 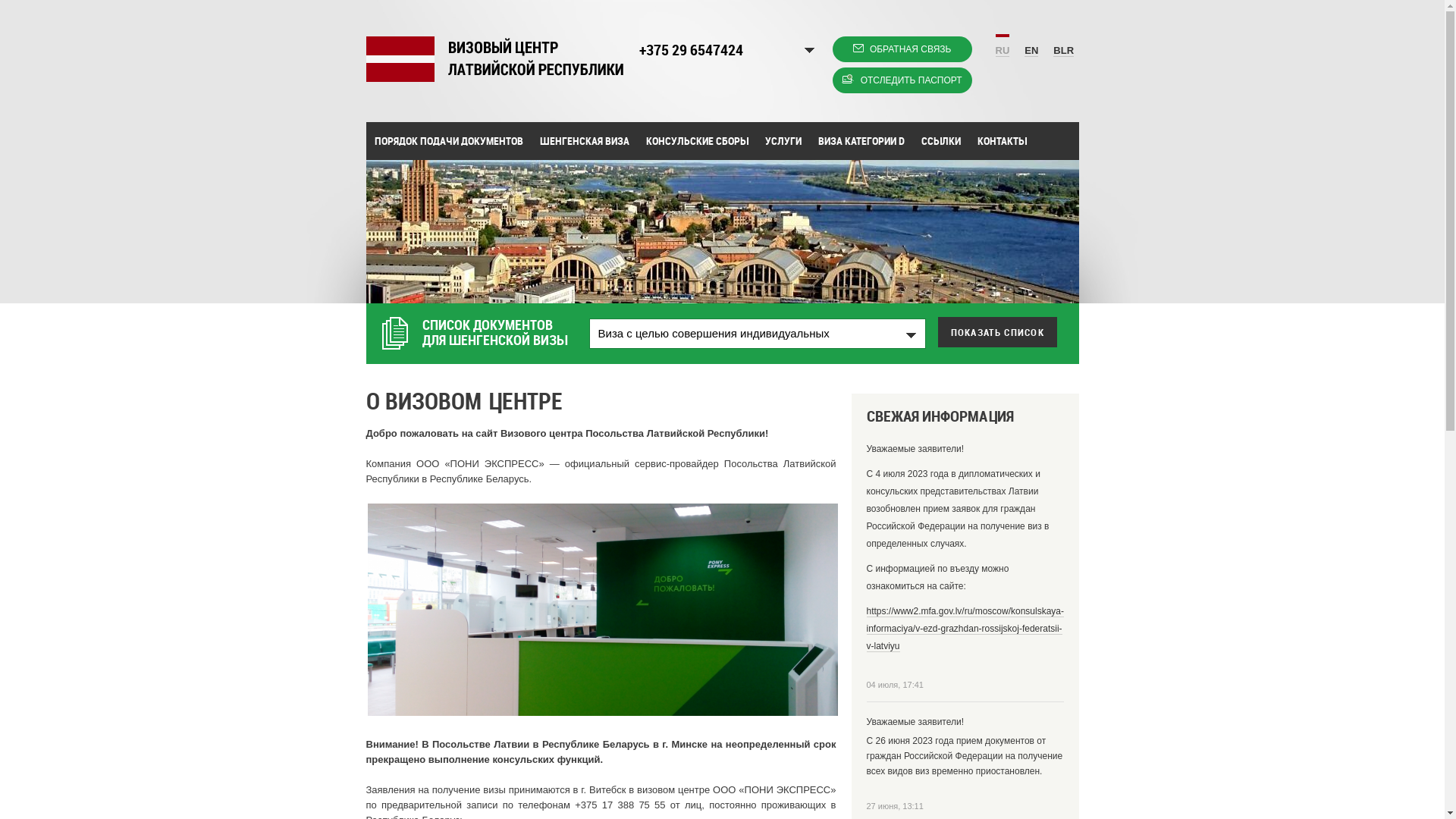 I want to click on 'RU', so click(x=994, y=45).